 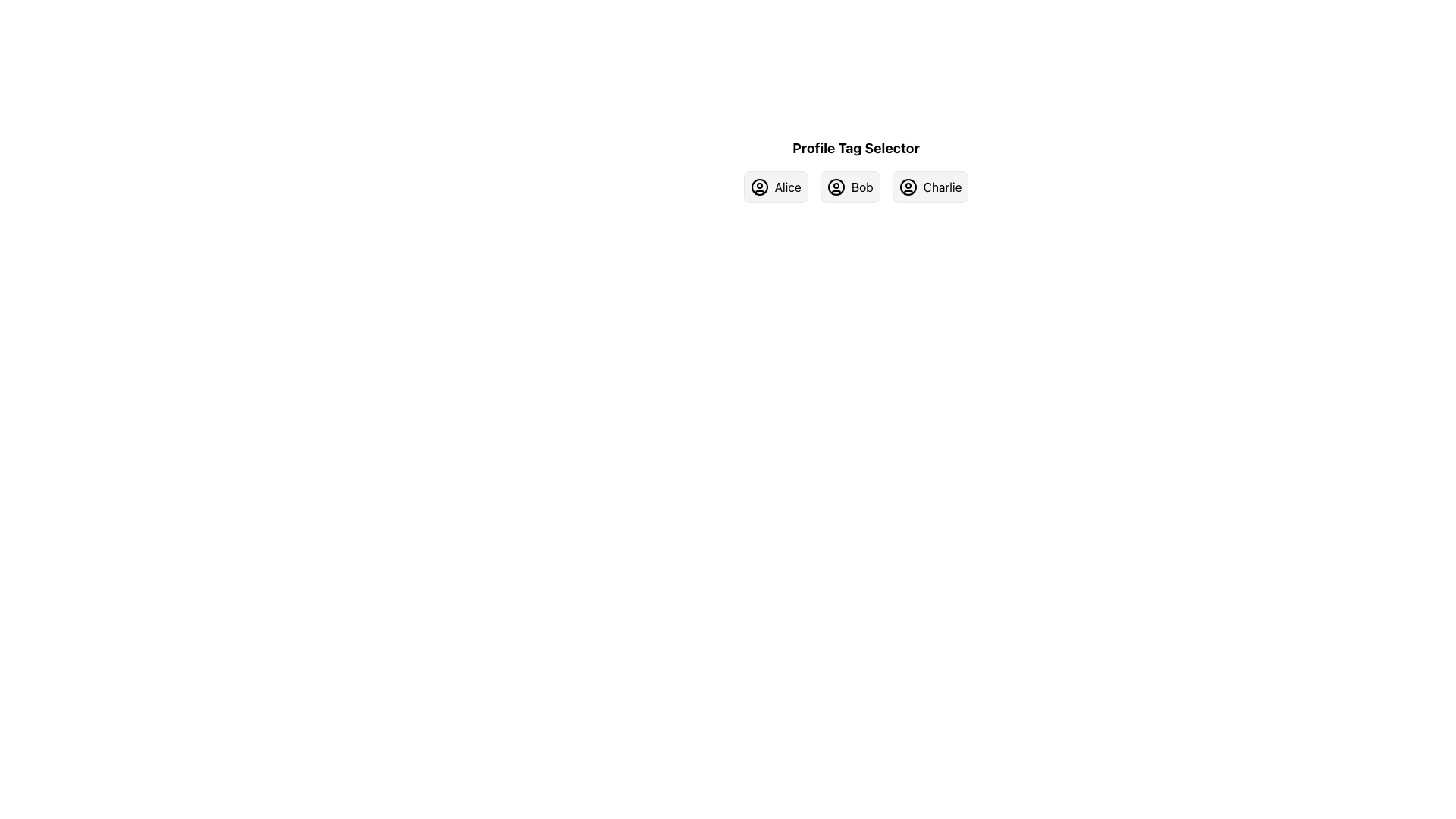 I want to click on the button labeled 'Charlie', which features a user icon and is the third button in a horizontal list of three buttons, so click(x=930, y=186).